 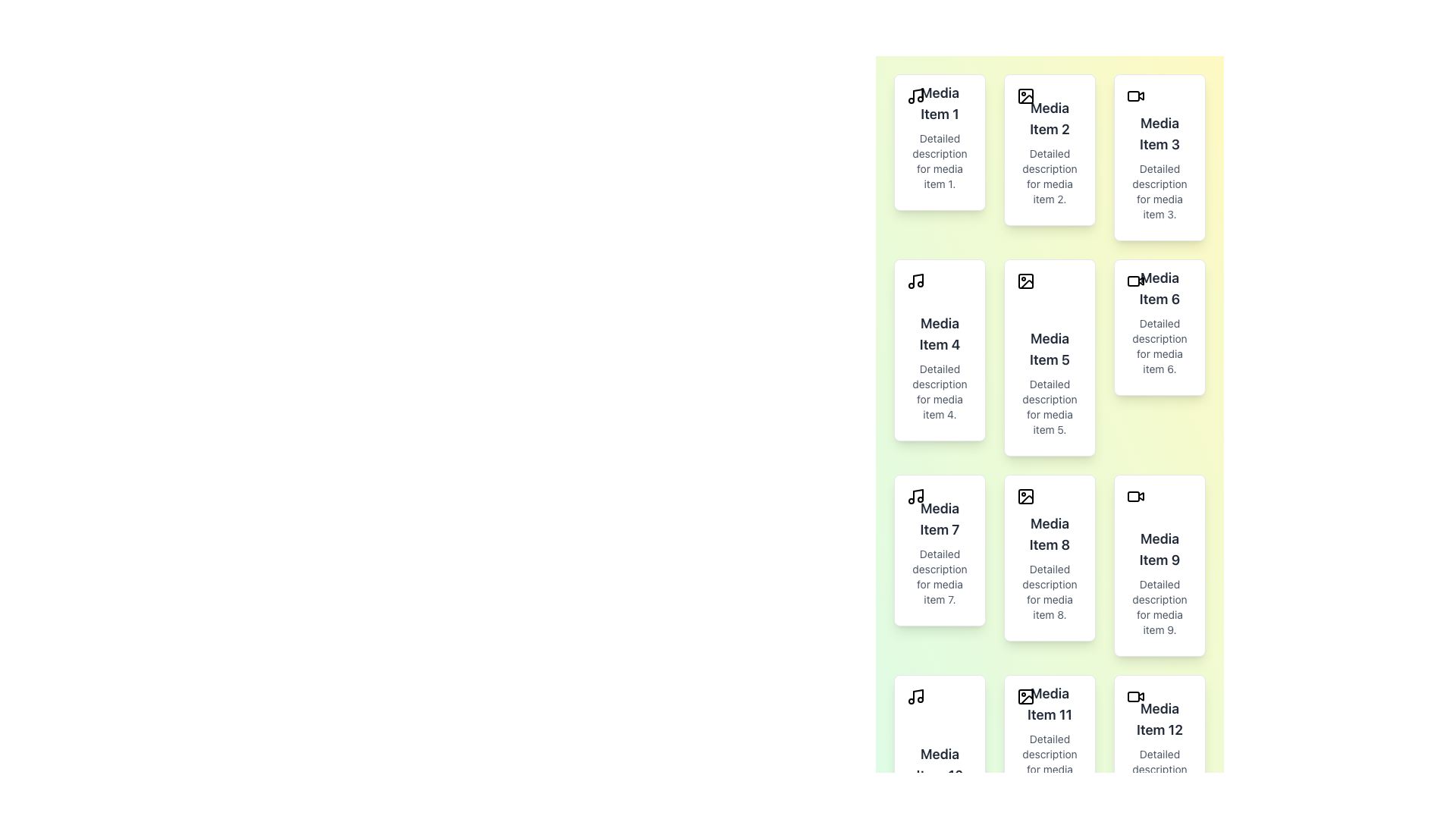 What do you see at coordinates (1159, 133) in the screenshot?
I see `the text label displaying 'Media Item 3' in bold dark gray font, located in the third card of the top row` at bounding box center [1159, 133].